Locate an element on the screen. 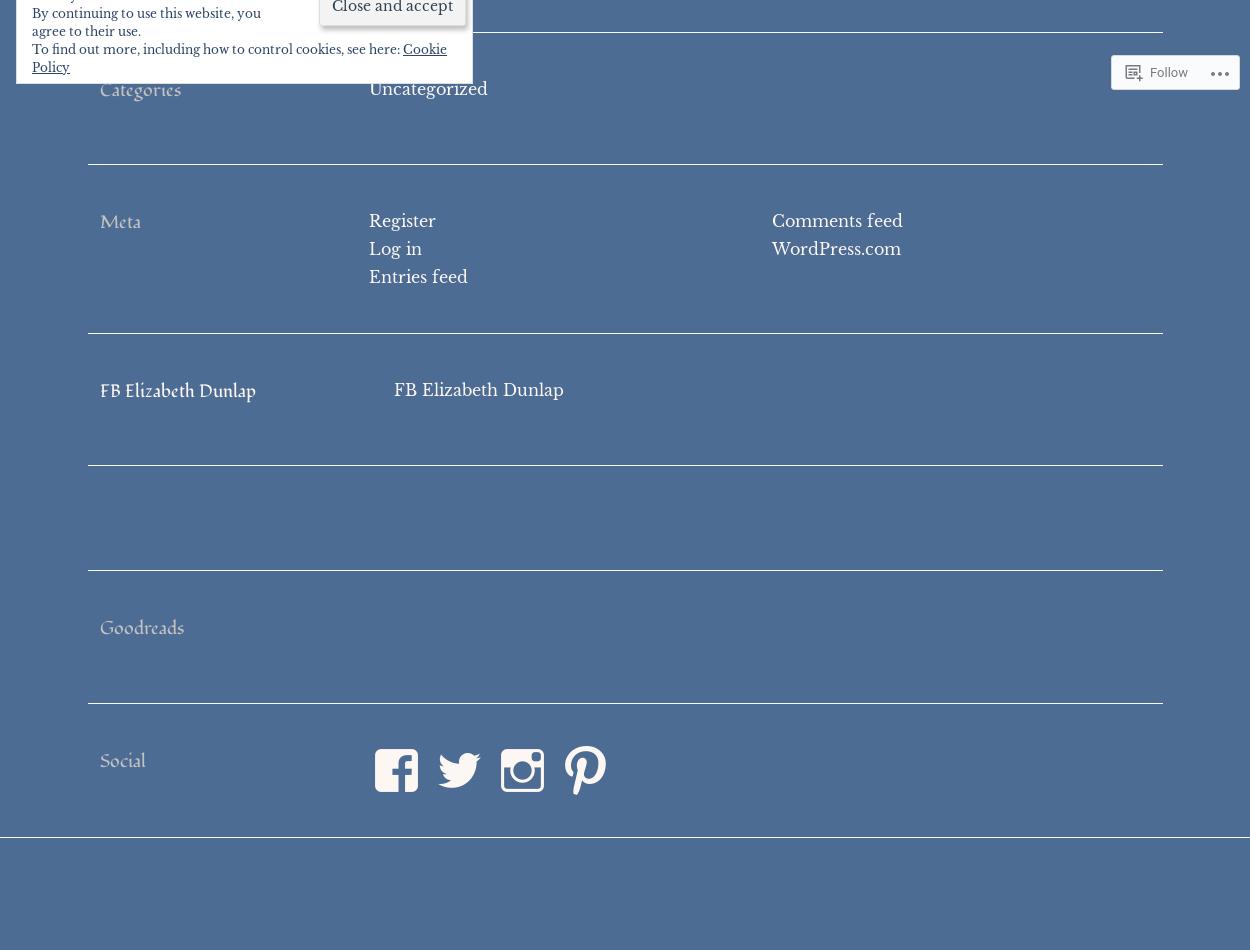 The height and width of the screenshot is (950, 1250). 'Log in' is located at coordinates (394, 247).